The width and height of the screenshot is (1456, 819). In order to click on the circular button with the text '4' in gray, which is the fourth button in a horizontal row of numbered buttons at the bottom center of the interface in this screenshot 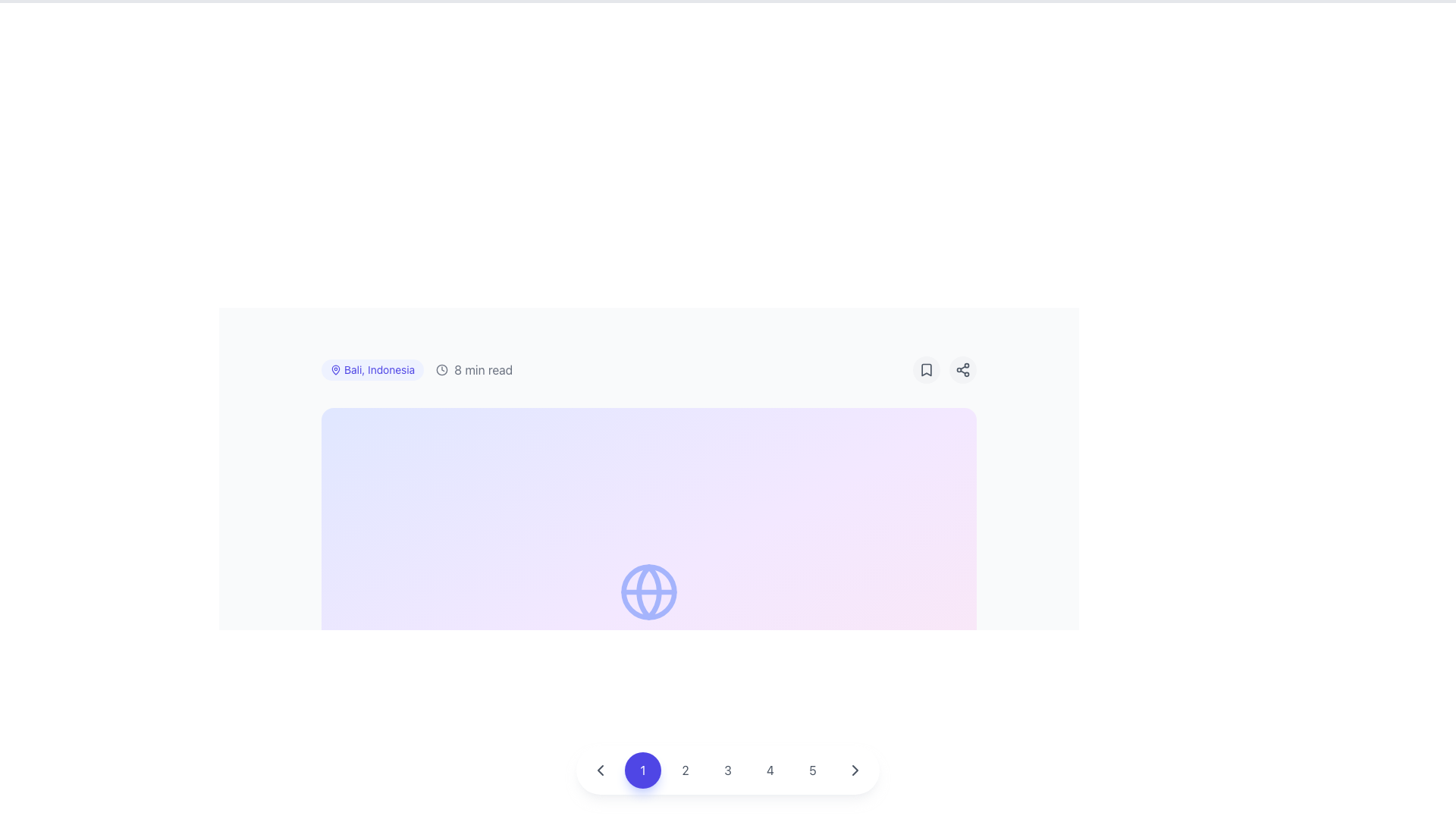, I will do `click(770, 770)`.